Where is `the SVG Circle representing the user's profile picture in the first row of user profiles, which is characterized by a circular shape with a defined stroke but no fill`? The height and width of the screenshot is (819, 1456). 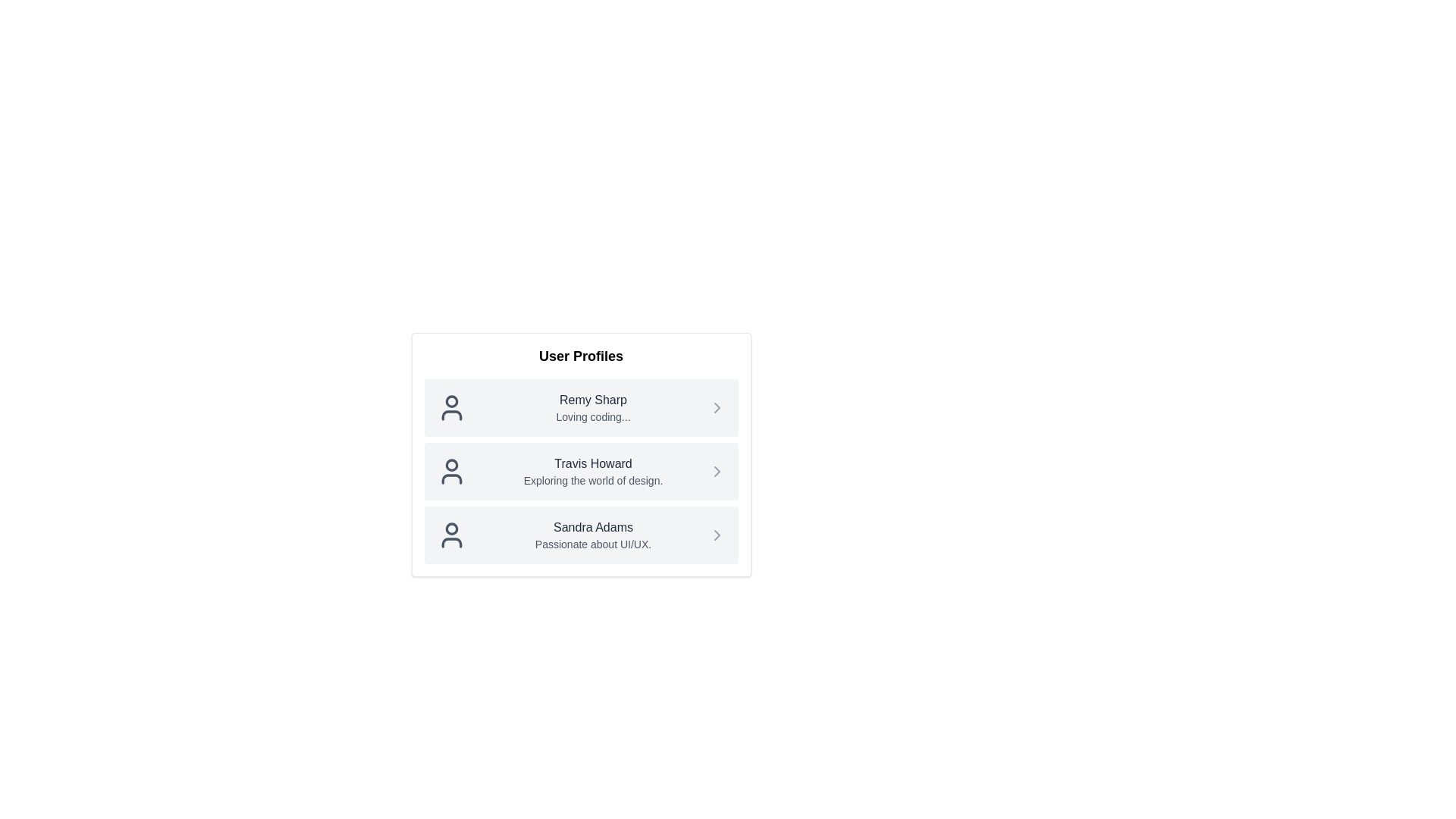
the SVG Circle representing the user's profile picture in the first row of user profiles, which is characterized by a circular shape with a defined stroke but no fill is located at coordinates (450, 400).